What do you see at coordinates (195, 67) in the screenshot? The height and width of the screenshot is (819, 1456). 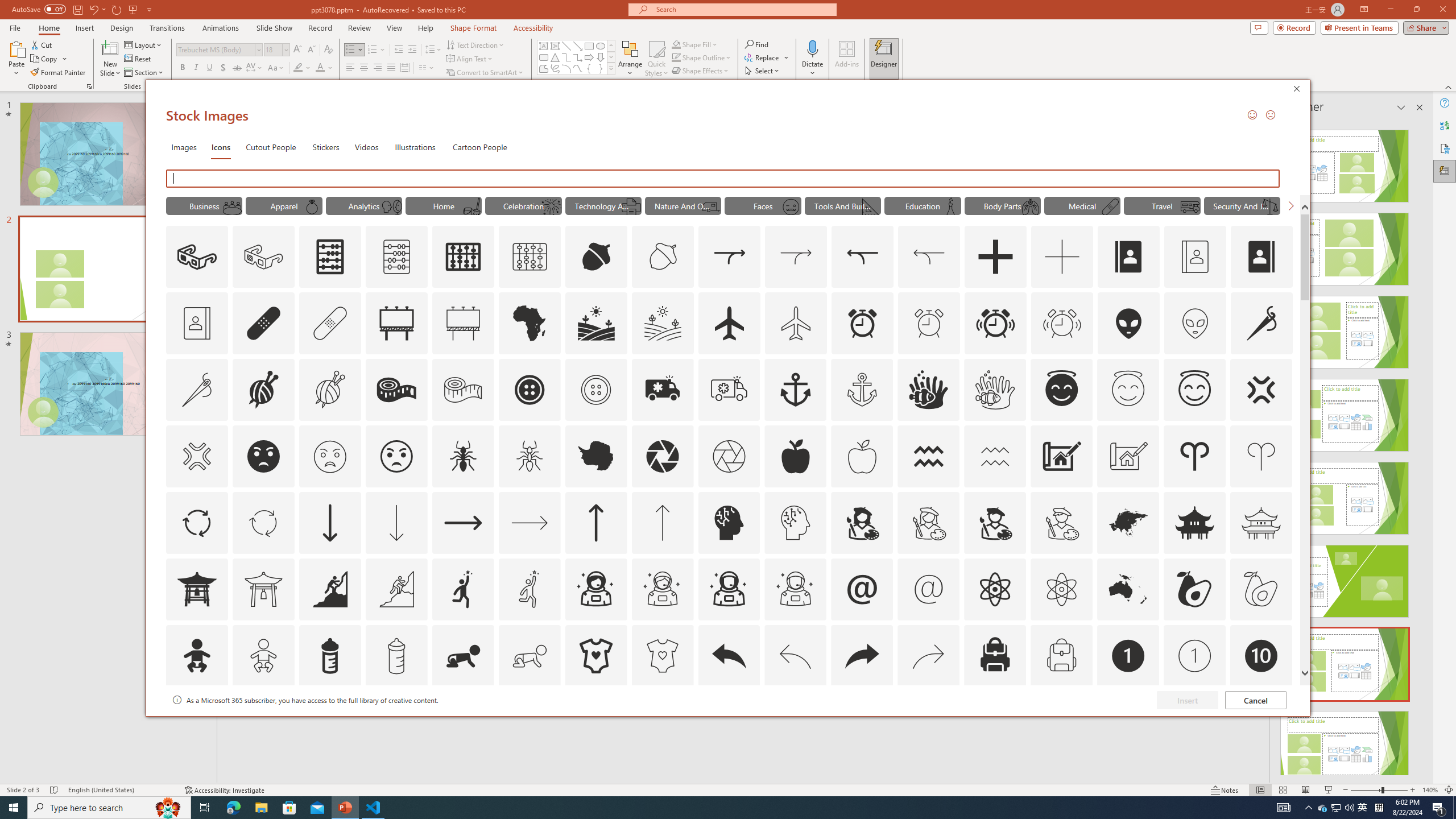 I see `'Italic'` at bounding box center [195, 67].